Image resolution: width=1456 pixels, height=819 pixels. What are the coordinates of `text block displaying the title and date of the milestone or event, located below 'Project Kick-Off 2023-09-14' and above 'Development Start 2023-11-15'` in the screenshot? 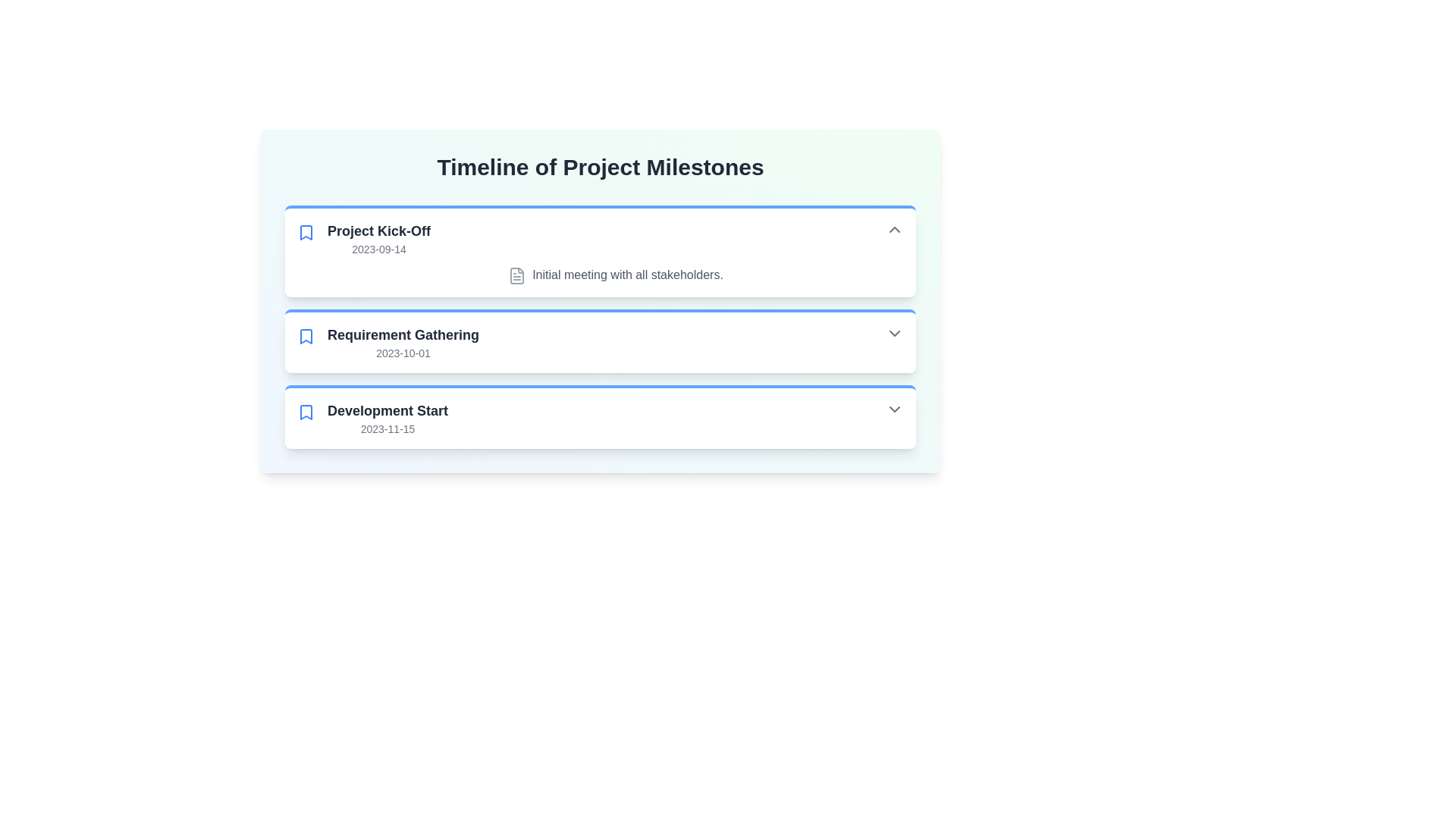 It's located at (403, 342).